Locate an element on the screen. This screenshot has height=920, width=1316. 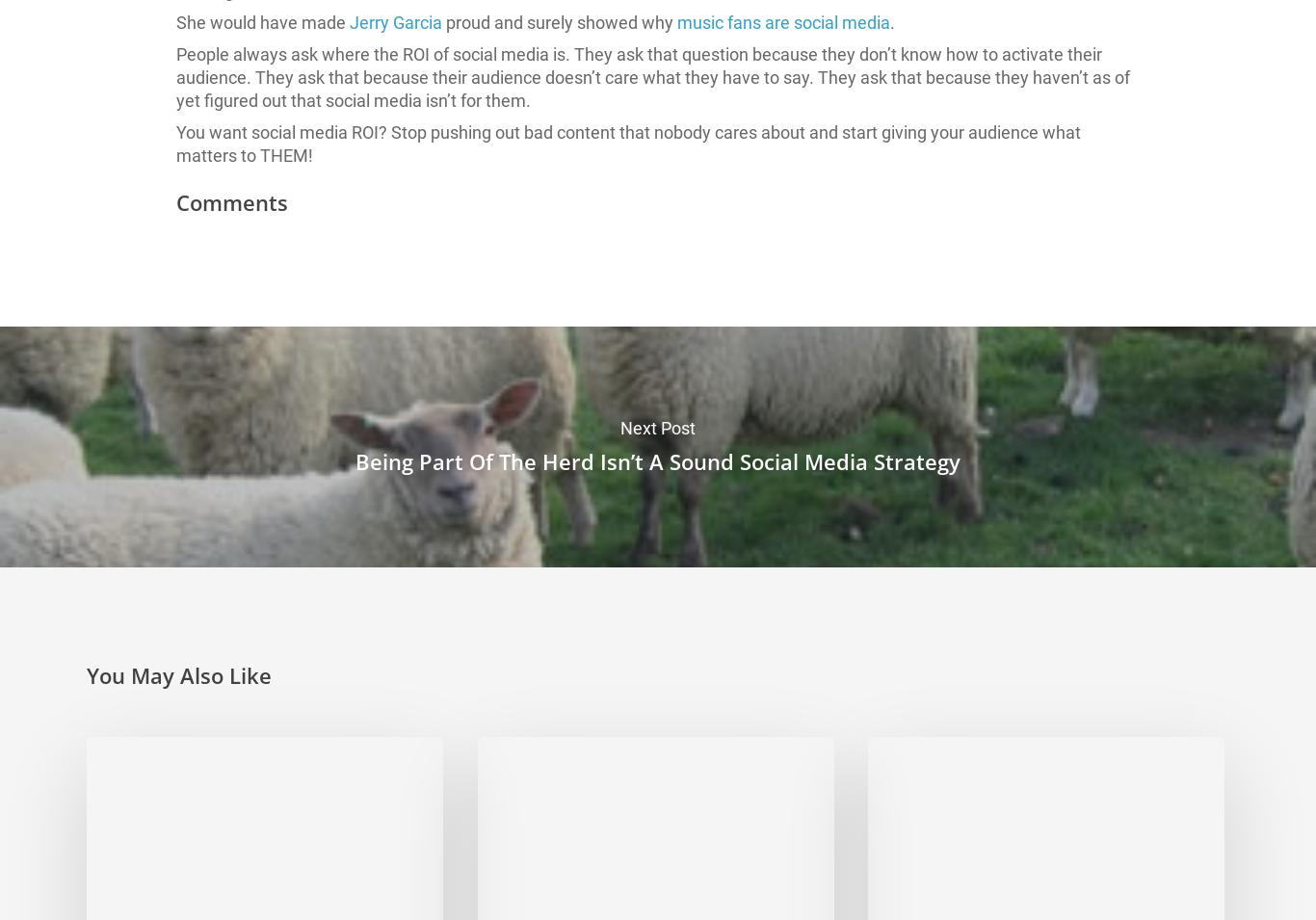
'music fans are social media' is located at coordinates (782, 21).